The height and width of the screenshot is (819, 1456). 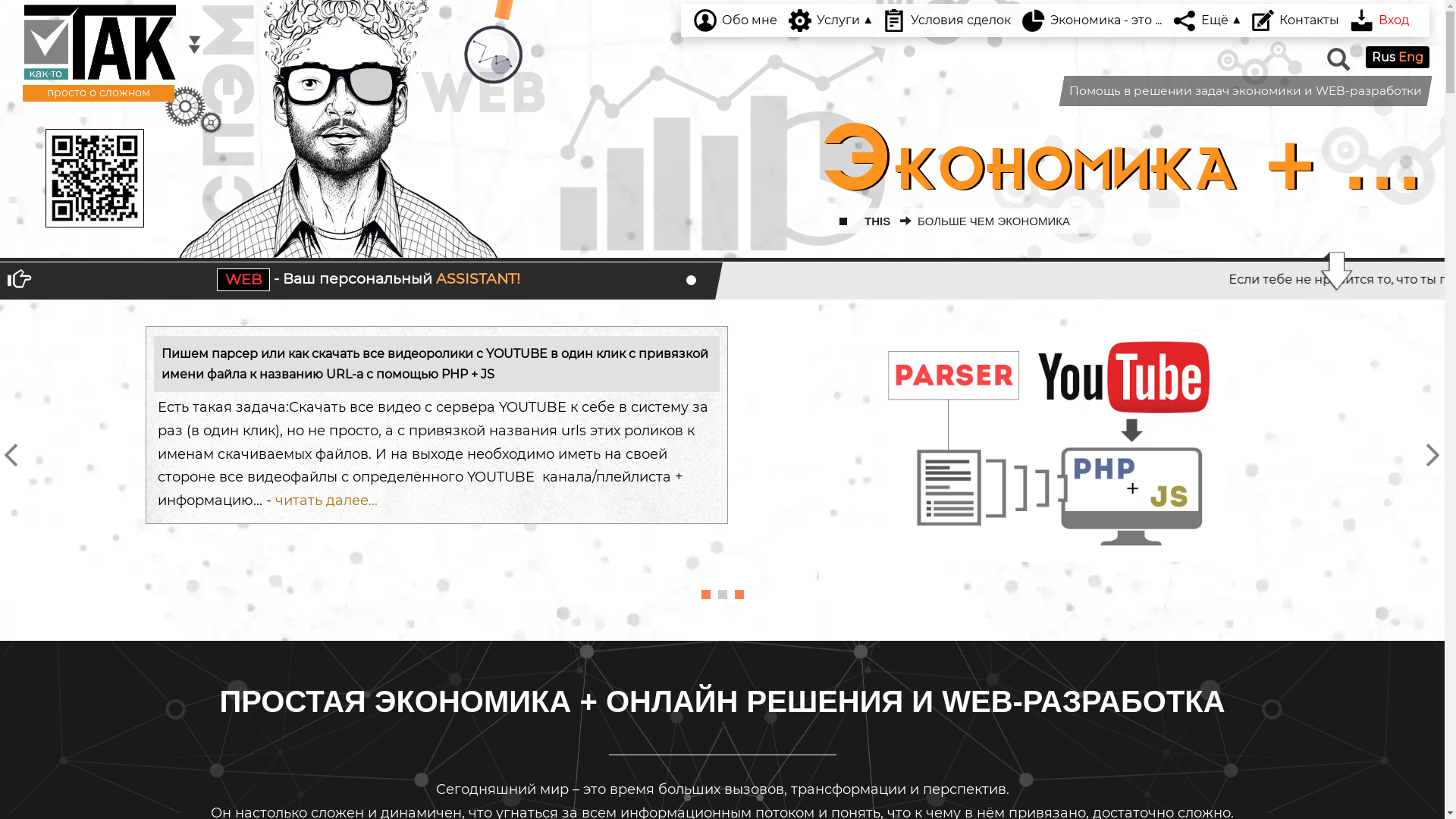 What do you see at coordinates (1410, 56) in the screenshot?
I see `'Eng'` at bounding box center [1410, 56].